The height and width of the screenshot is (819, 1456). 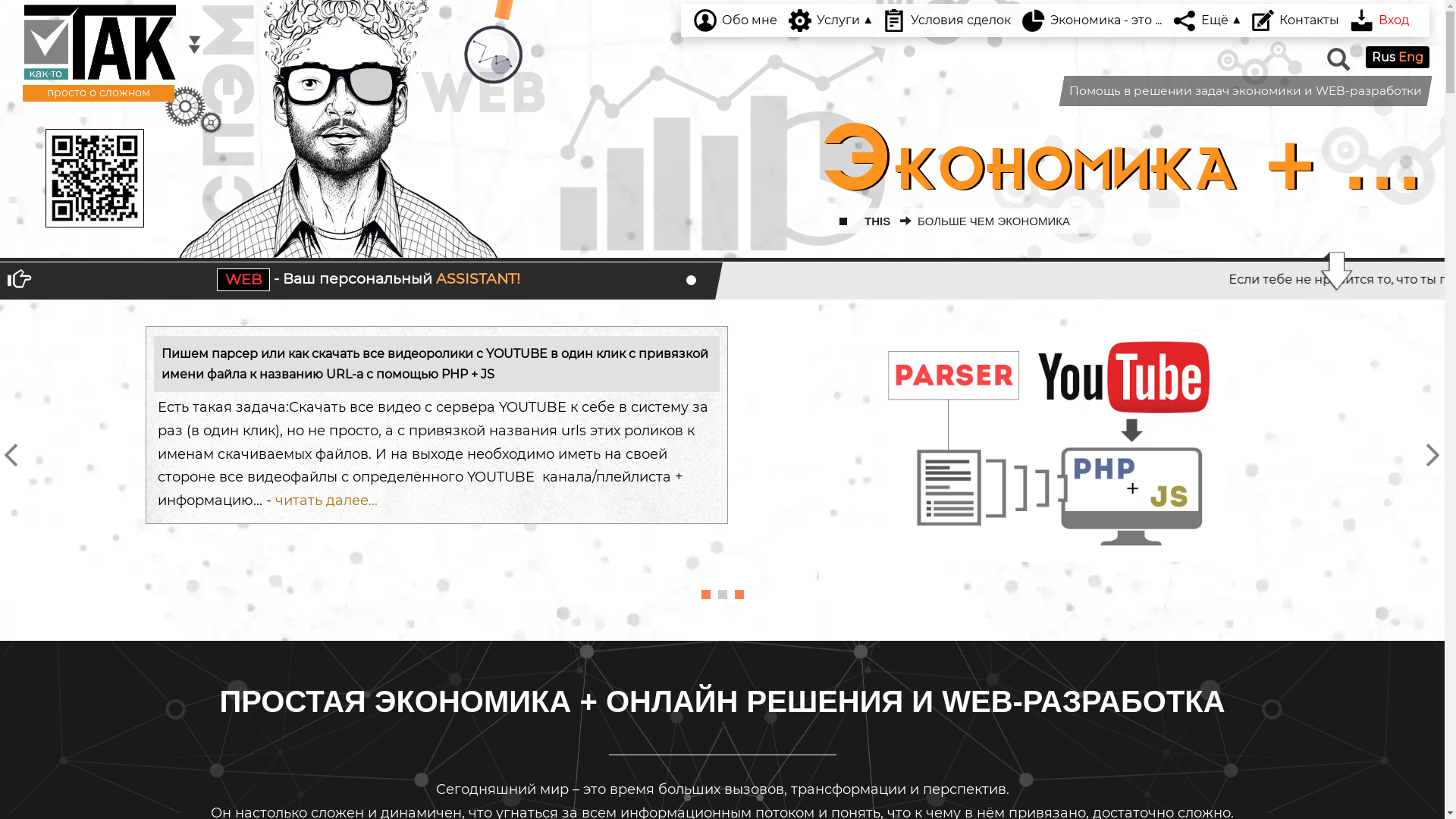 What do you see at coordinates (1410, 56) in the screenshot?
I see `'Eng'` at bounding box center [1410, 56].